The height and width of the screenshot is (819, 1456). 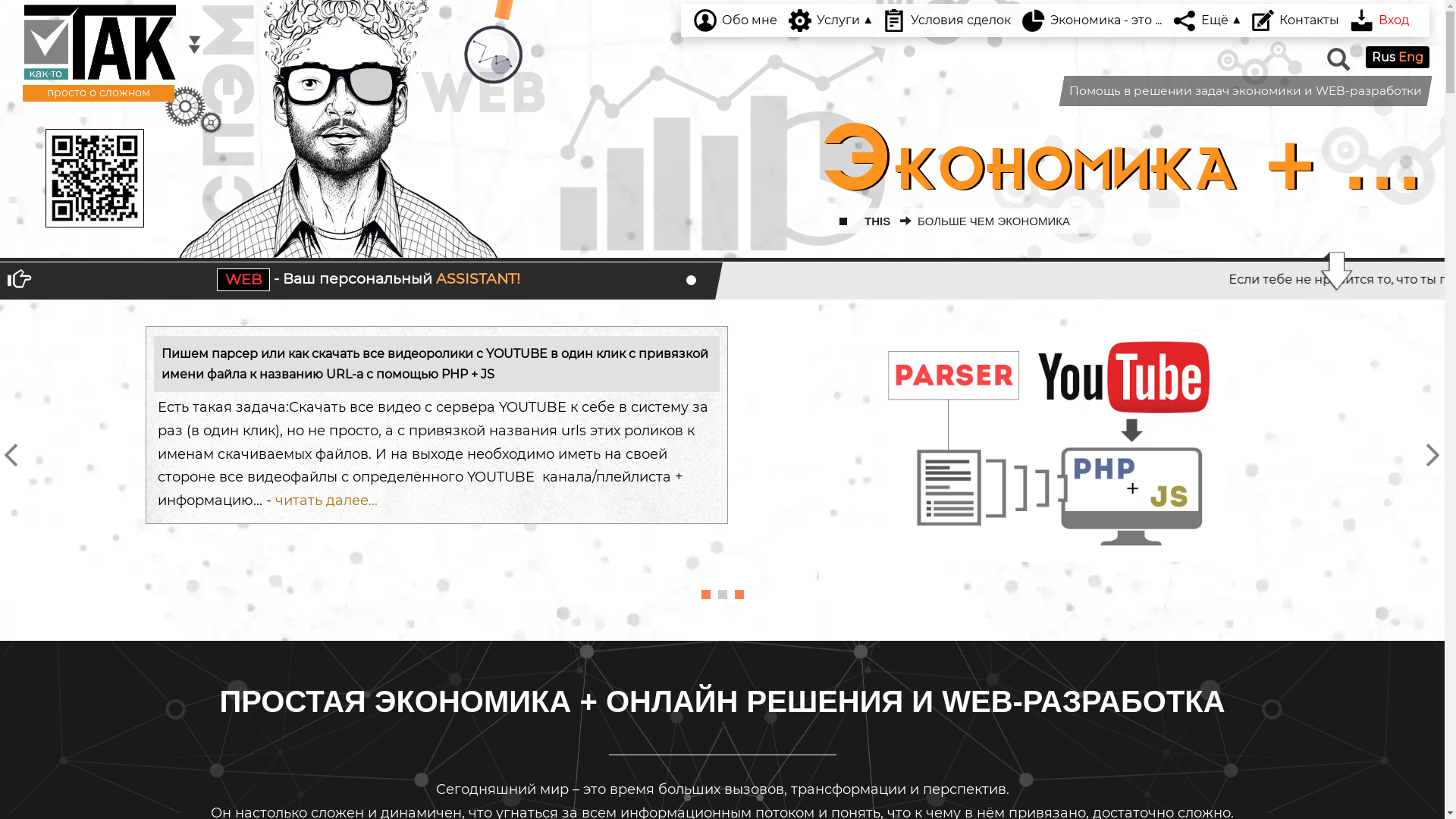 What do you see at coordinates (1410, 56) in the screenshot?
I see `'Eng'` at bounding box center [1410, 56].